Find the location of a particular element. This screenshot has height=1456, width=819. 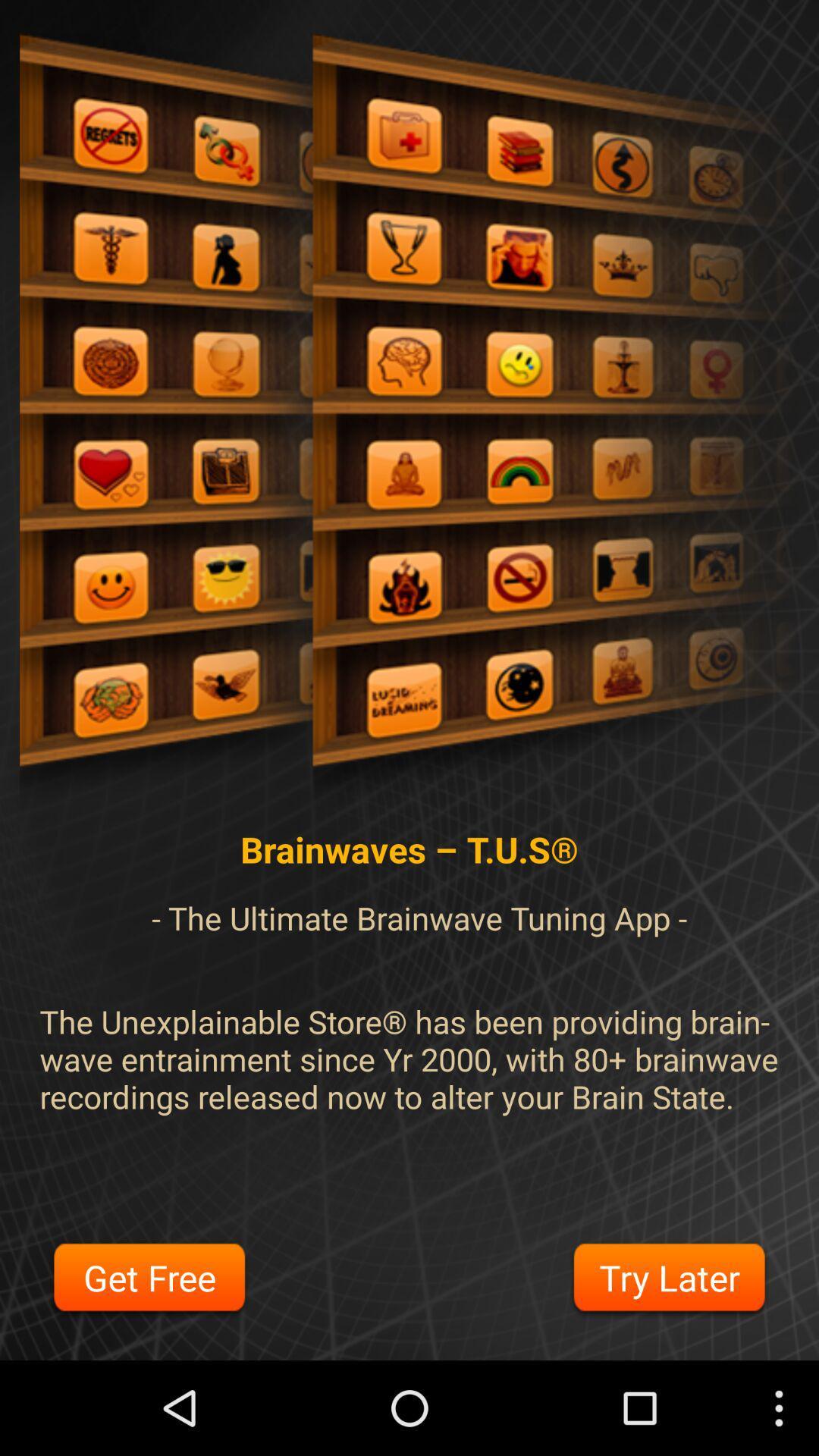

the try later at the bottom right corner is located at coordinates (668, 1280).